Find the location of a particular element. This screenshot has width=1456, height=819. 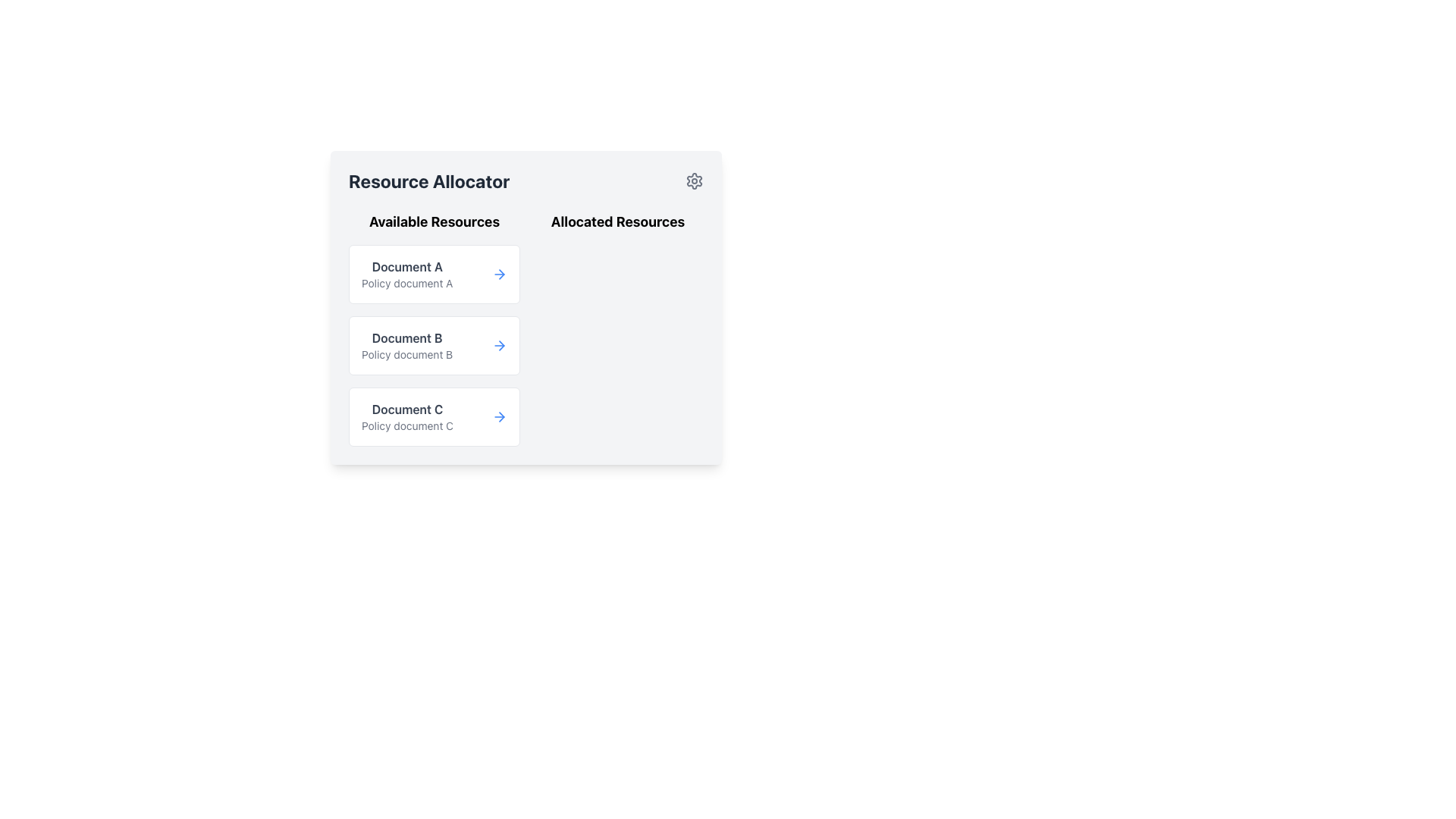

the static text label providing additional description for 'Document A', which is the second text line in the 'Available Resources' column is located at coordinates (407, 284).